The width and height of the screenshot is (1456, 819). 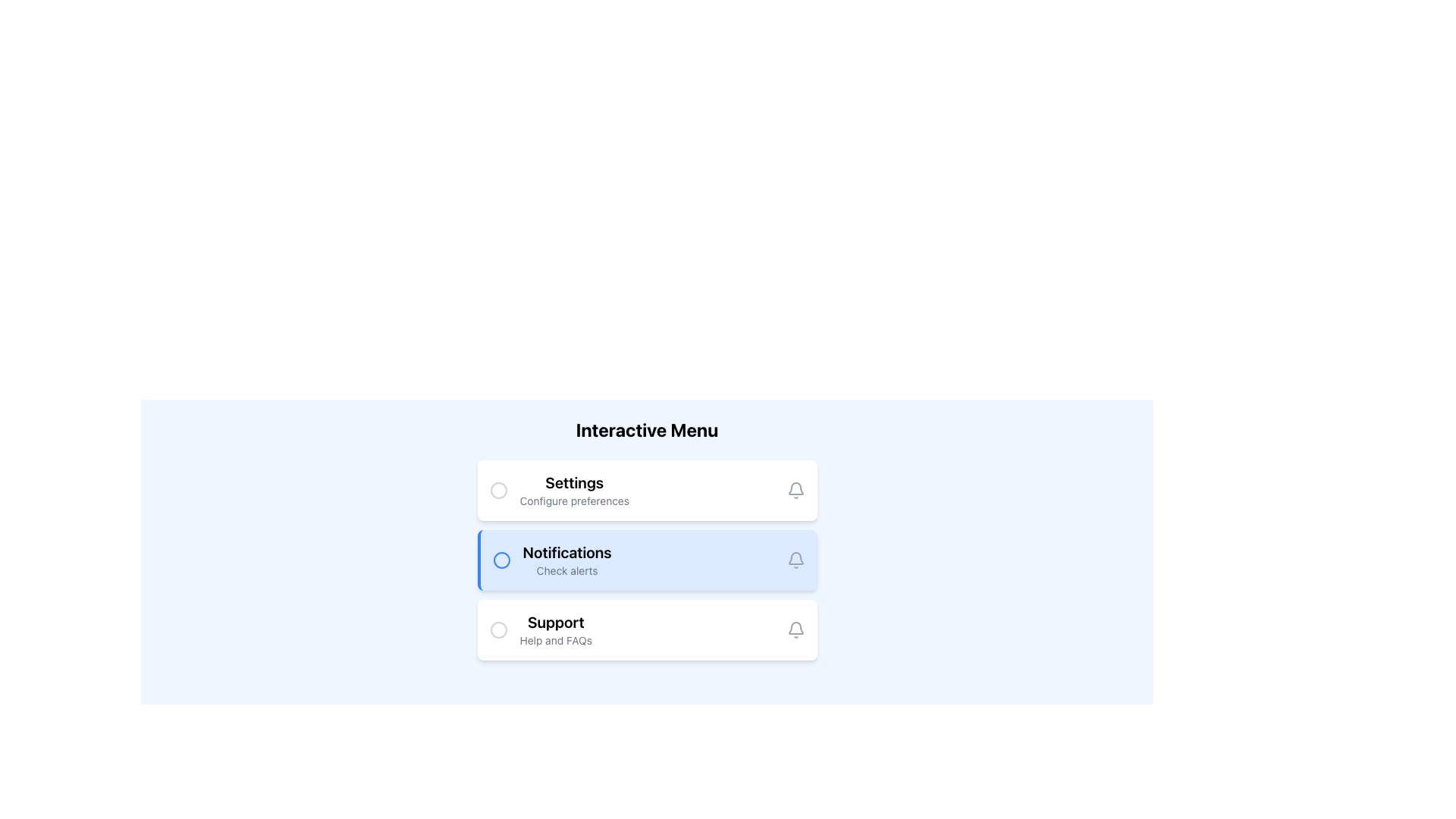 What do you see at coordinates (647, 564) in the screenshot?
I see `the second card element in the vertical list` at bounding box center [647, 564].